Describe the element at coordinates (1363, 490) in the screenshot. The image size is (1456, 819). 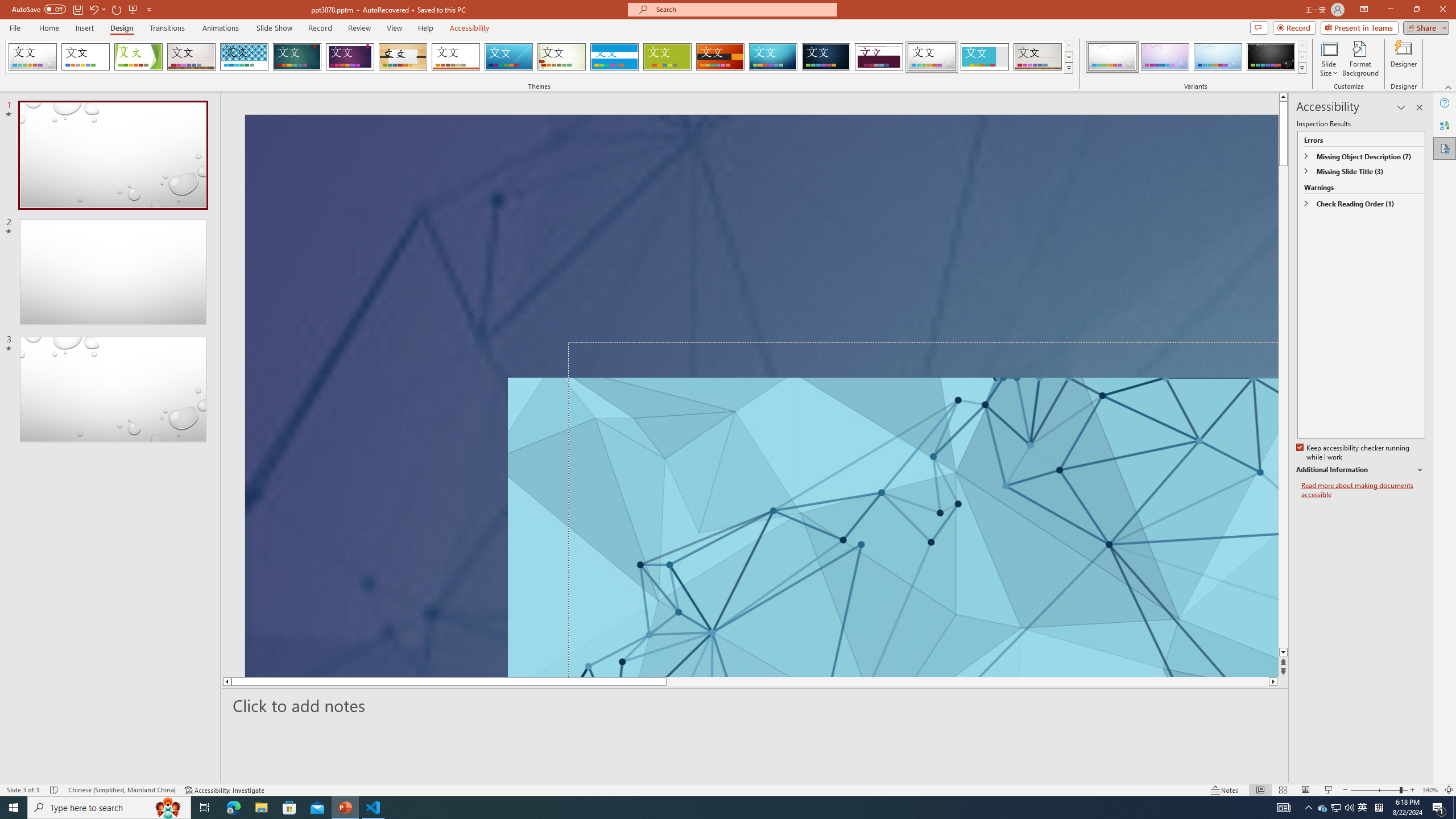
I see `'Read more about making documents accessible'` at that location.